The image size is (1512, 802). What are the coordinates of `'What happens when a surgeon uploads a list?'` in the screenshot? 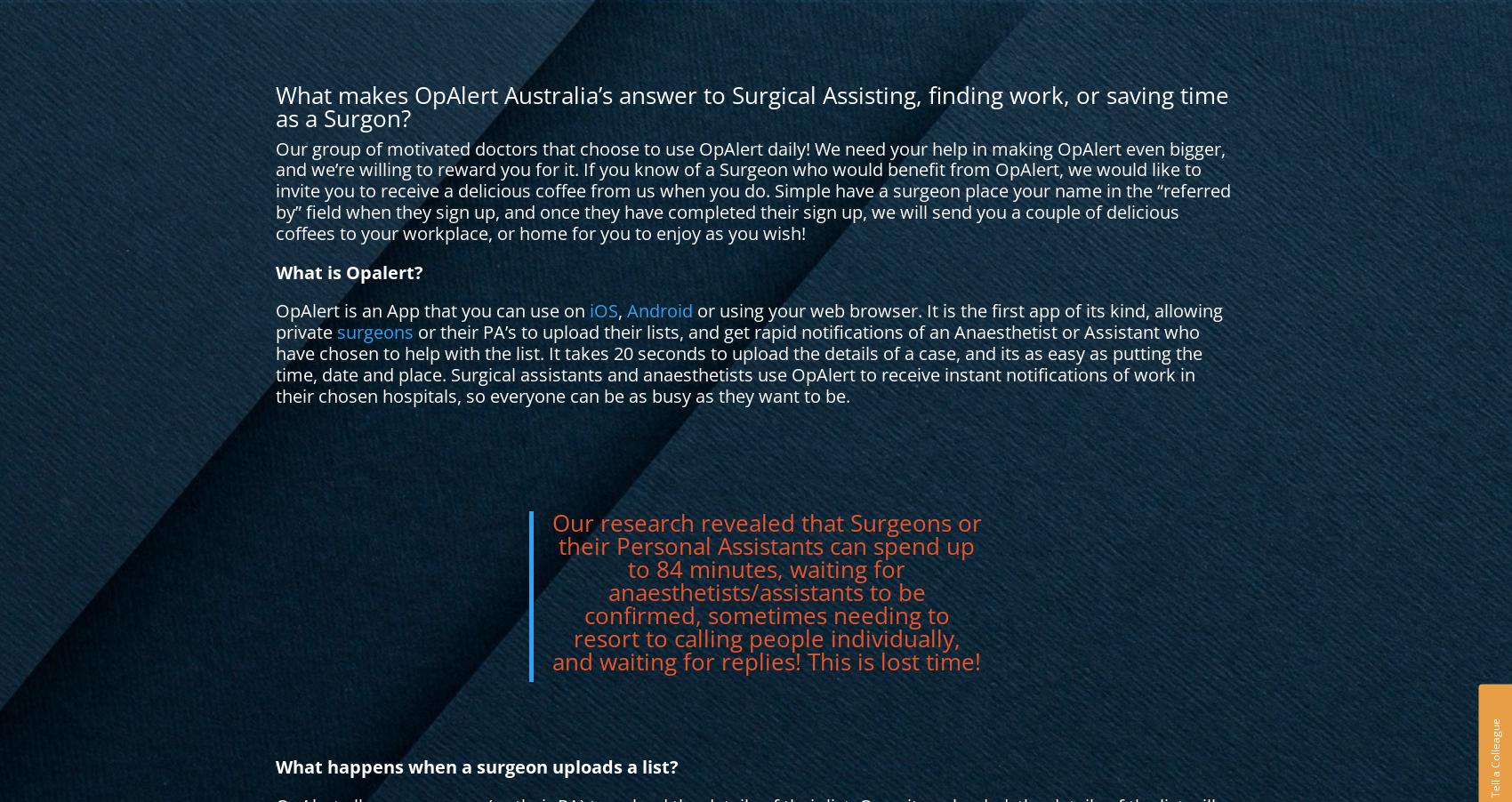 It's located at (476, 766).